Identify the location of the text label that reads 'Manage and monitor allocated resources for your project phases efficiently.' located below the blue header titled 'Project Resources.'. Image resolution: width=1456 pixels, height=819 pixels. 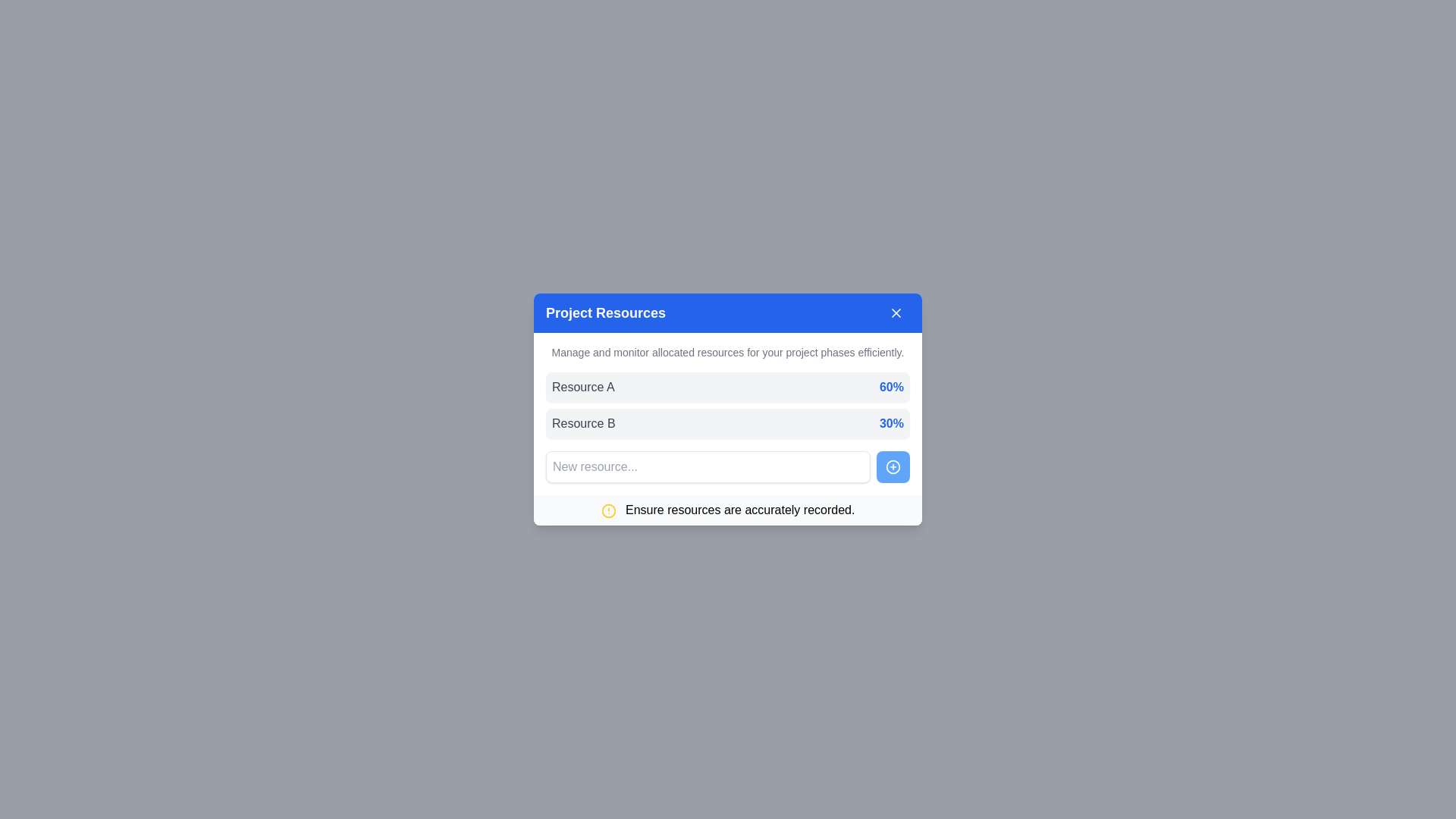
(728, 353).